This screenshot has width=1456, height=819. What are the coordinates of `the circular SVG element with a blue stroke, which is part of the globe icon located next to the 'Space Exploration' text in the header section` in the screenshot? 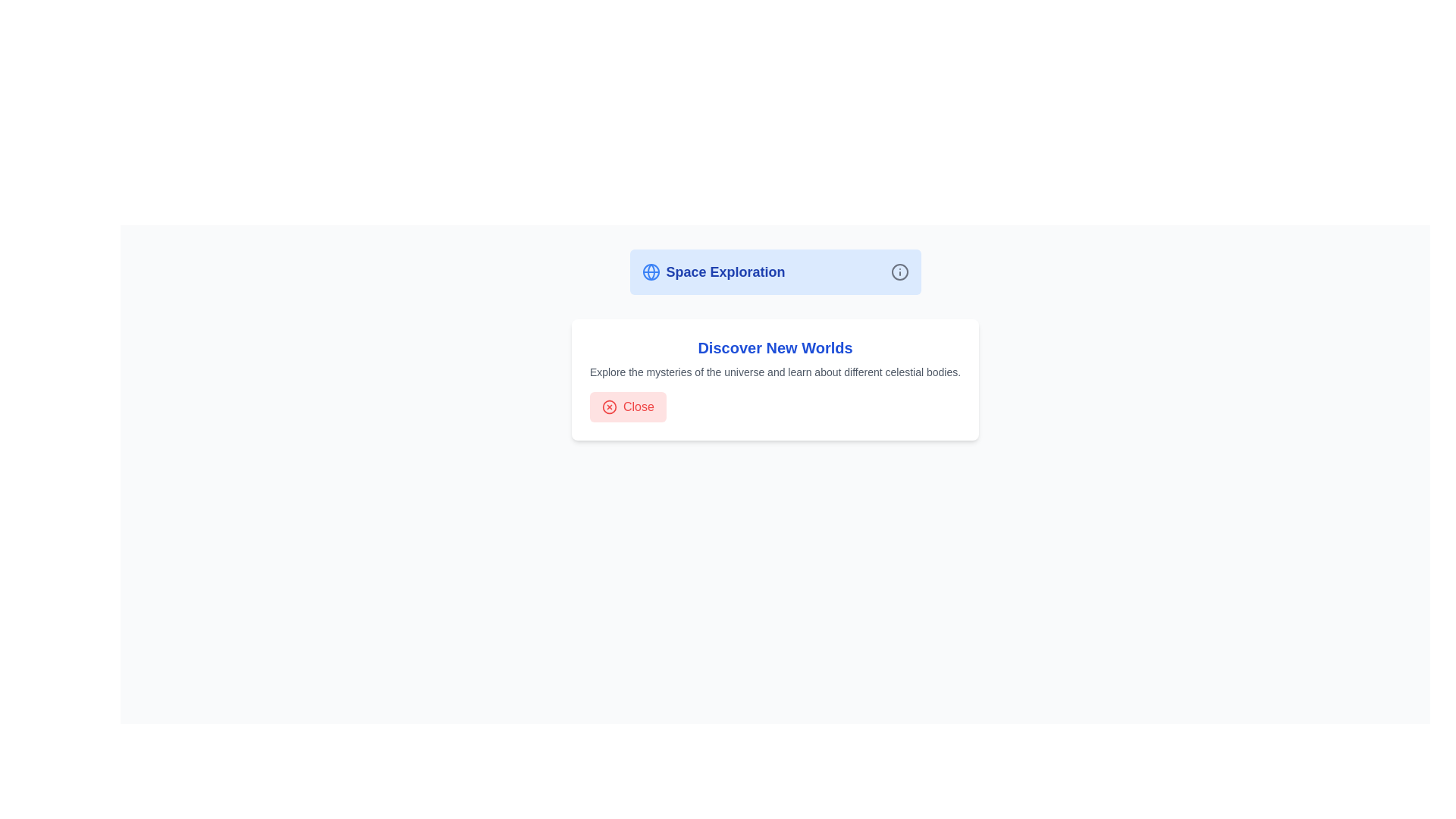 It's located at (651, 271).